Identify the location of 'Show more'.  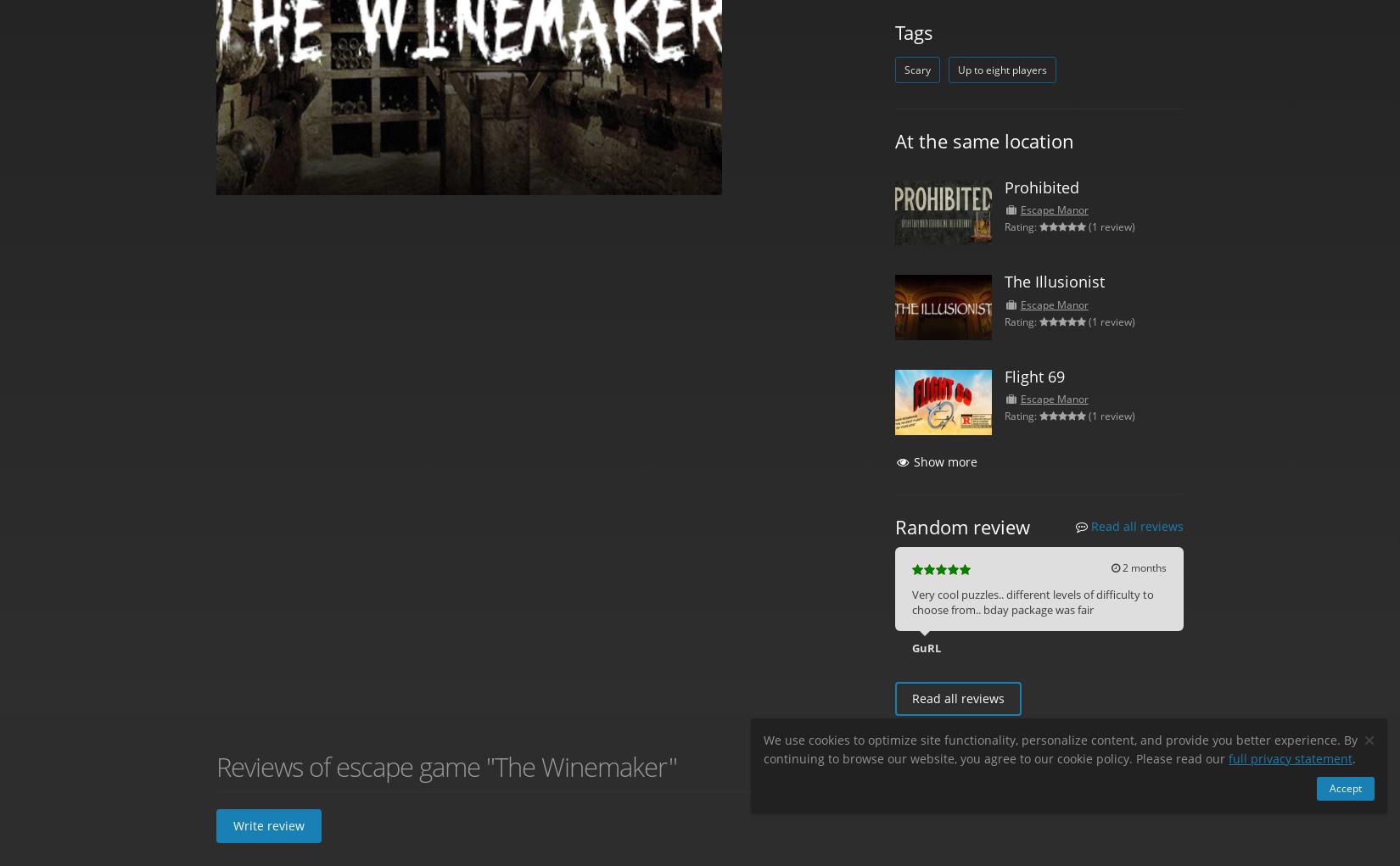
(945, 461).